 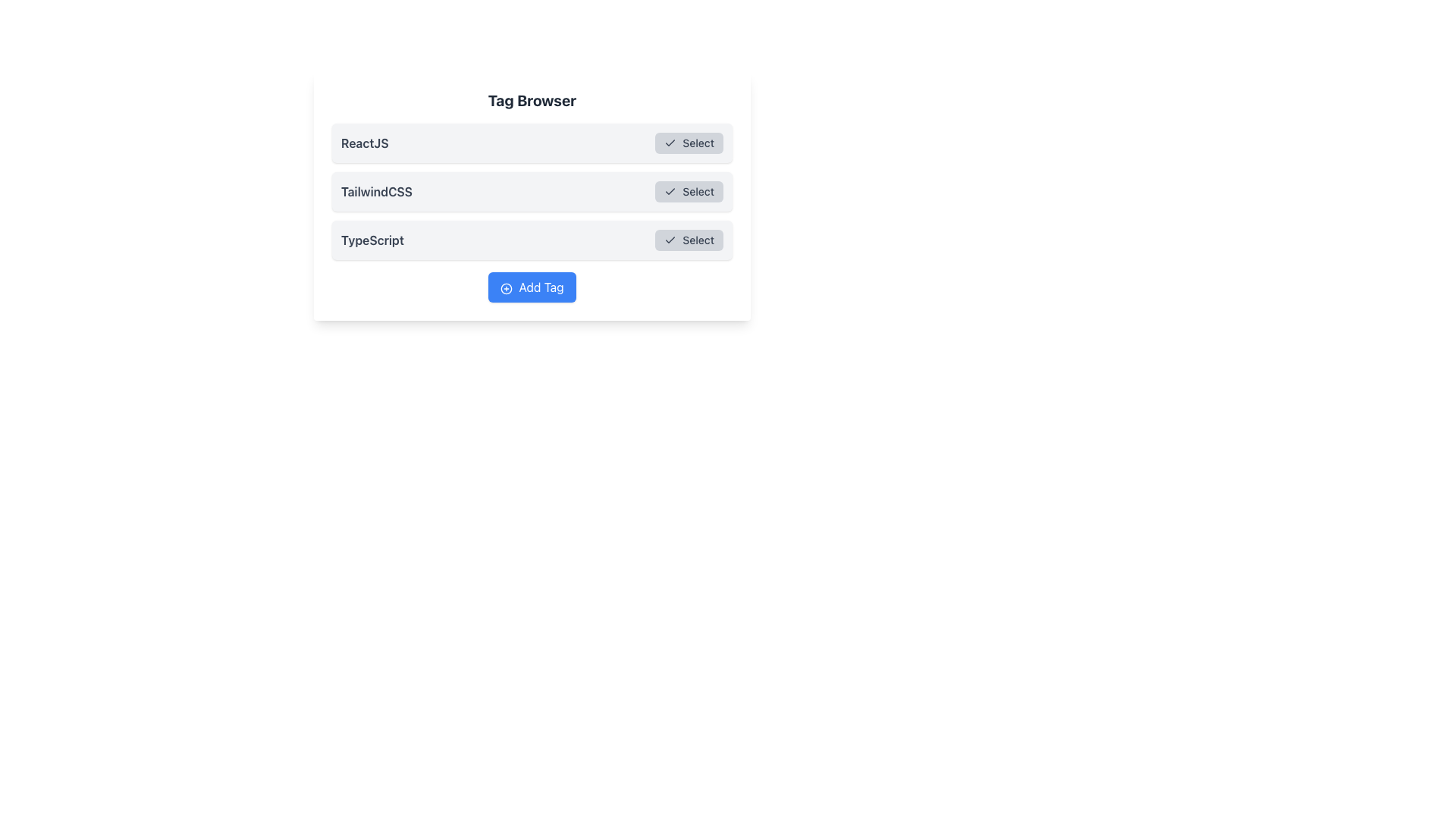 I want to click on the interactive button associated with the 'TailwindCSS' text, so click(x=689, y=191).